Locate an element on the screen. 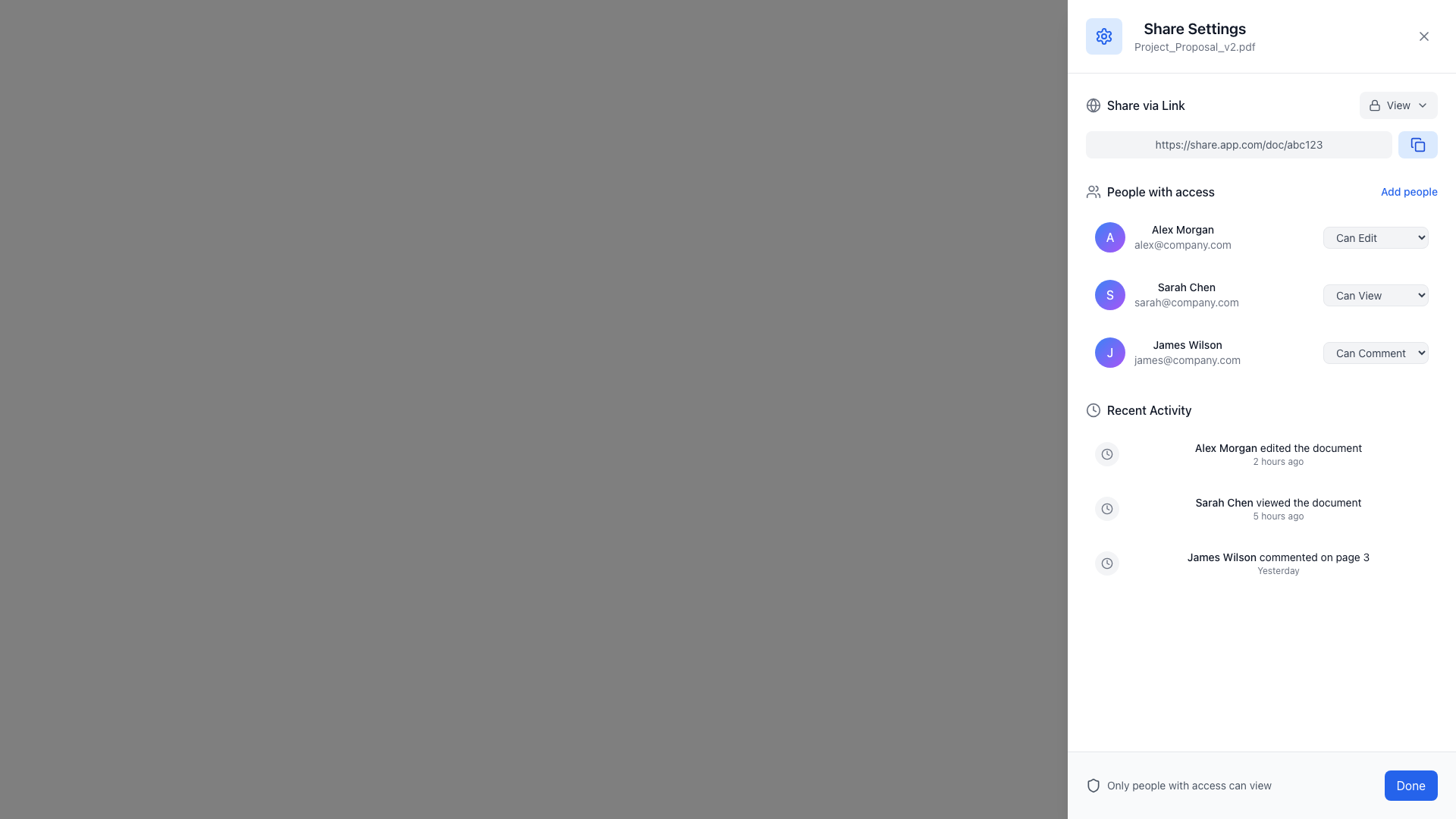 The height and width of the screenshot is (819, 1456). the time-related icon located to the left of the entry for 'James Wilson commented on page 3' is located at coordinates (1106, 563).